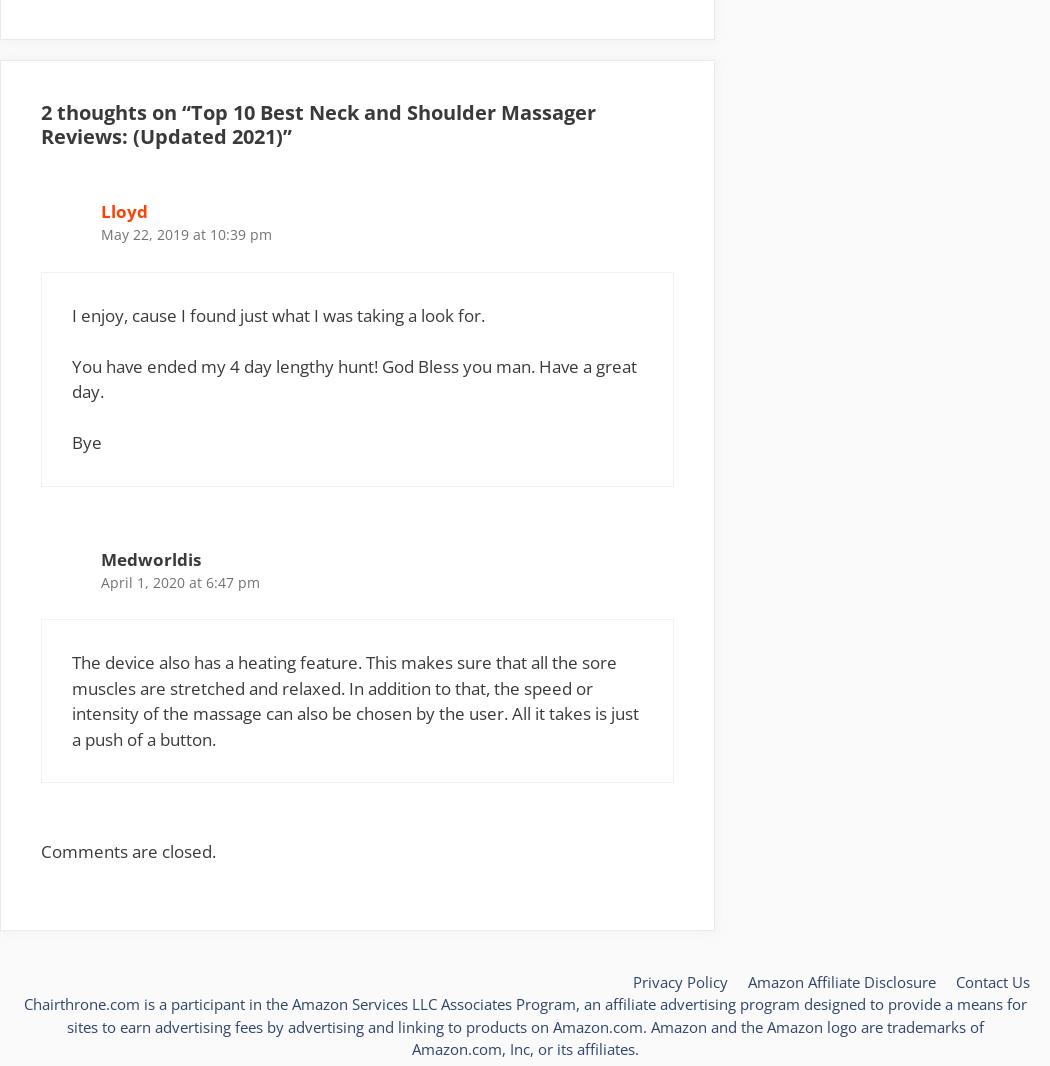 Image resolution: width=1050 pixels, height=1066 pixels. Describe the element at coordinates (353, 378) in the screenshot. I see `'You have ended my 4 day lengthy hunt! God Bless you man. Have a great day.'` at that location.